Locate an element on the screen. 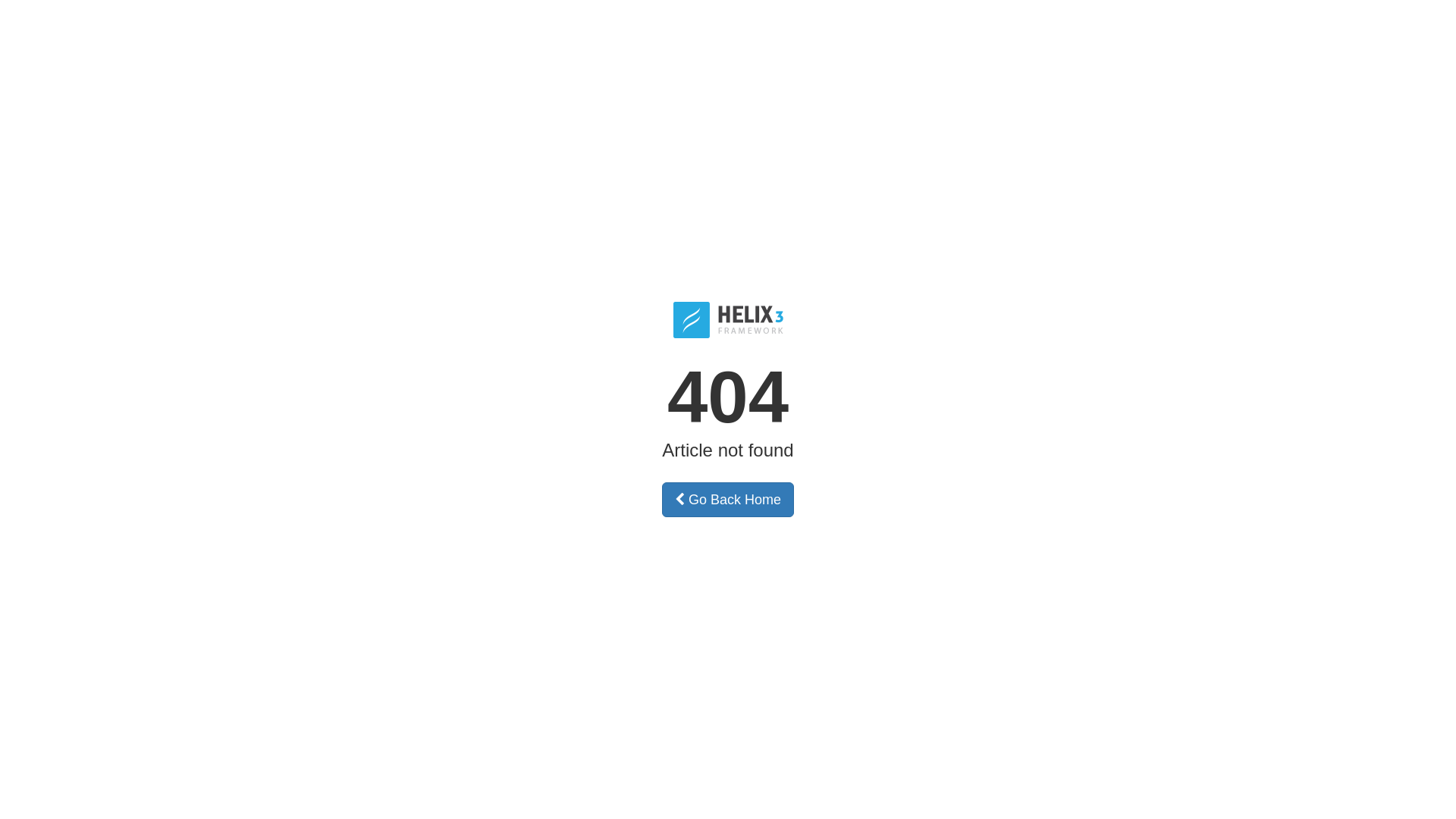 The height and width of the screenshot is (819, 1456). 'Go Back Home' is located at coordinates (728, 500).